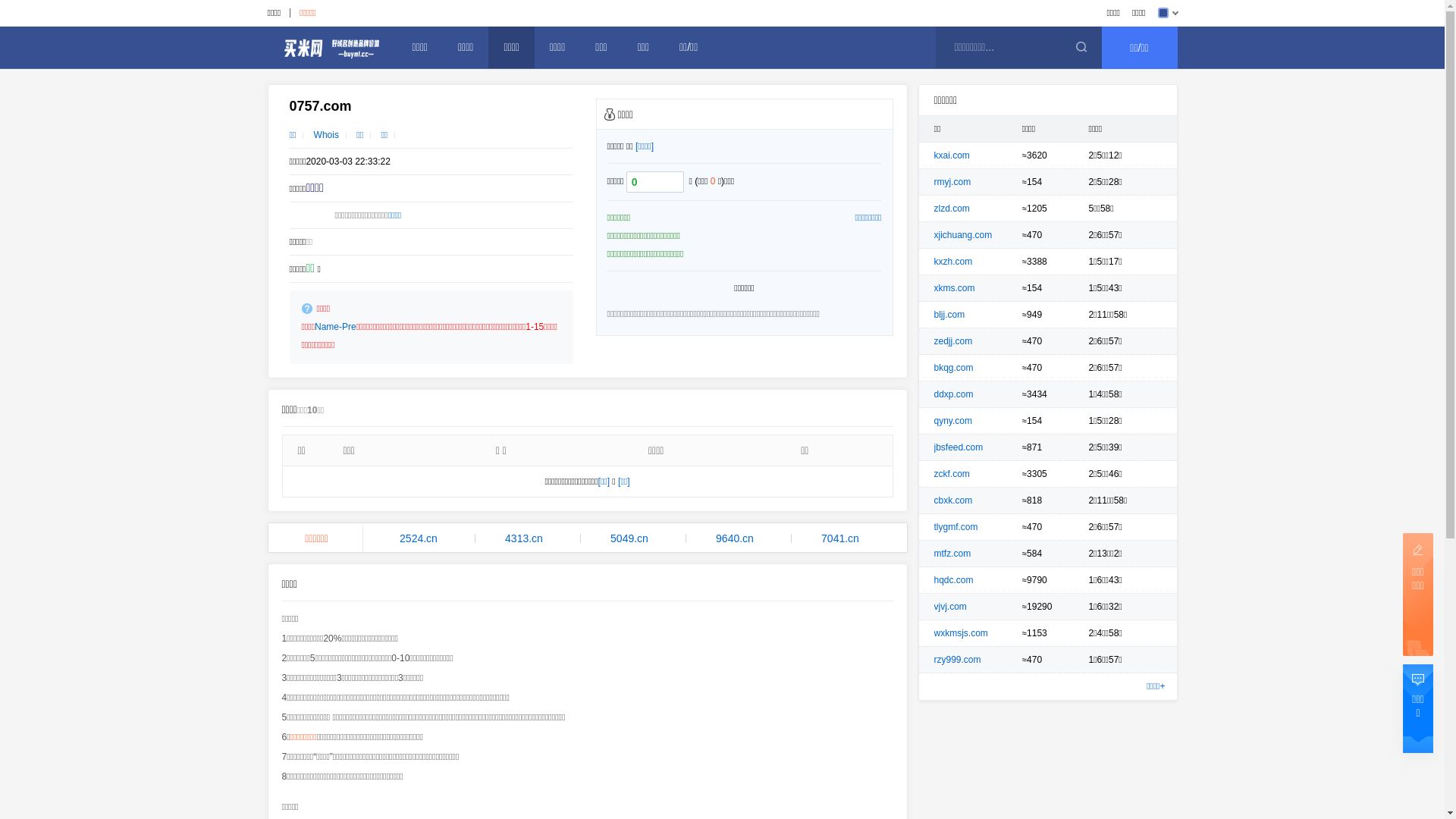  I want to click on 'xjichuang.com', so click(962, 234).